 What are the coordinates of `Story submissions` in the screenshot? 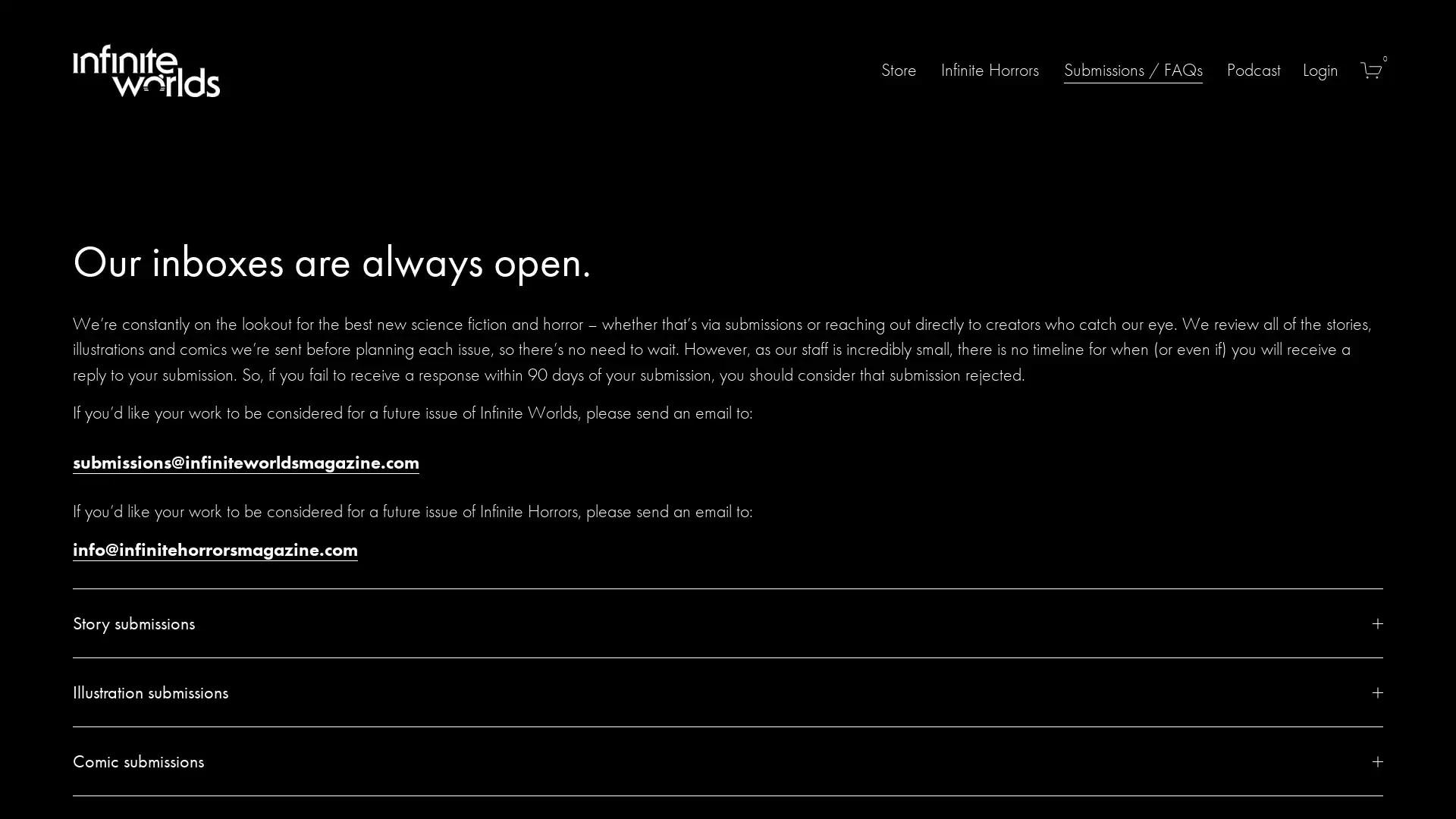 It's located at (728, 623).